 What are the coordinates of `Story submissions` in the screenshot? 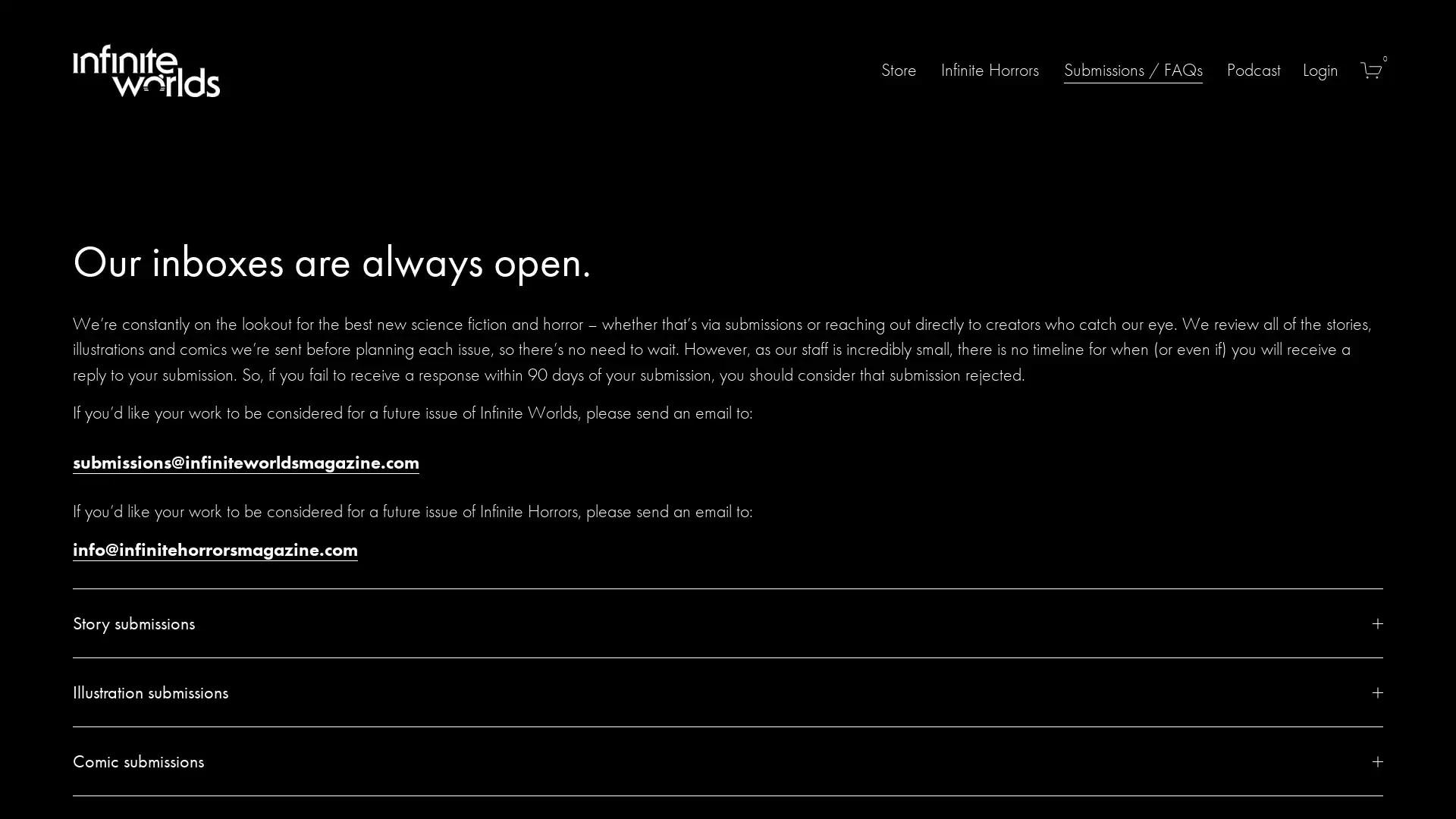 It's located at (728, 623).